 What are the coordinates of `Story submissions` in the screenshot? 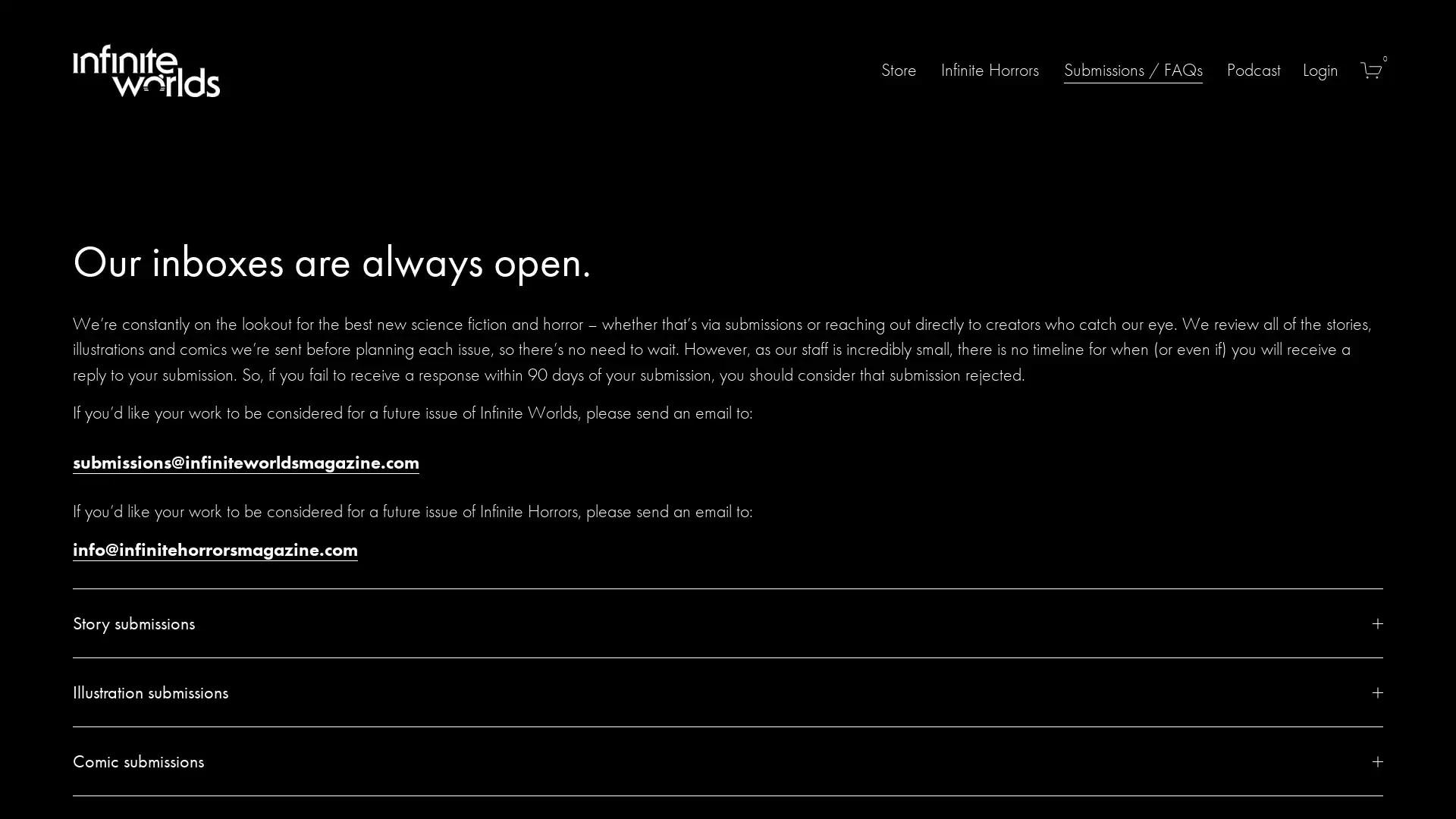 It's located at (728, 623).